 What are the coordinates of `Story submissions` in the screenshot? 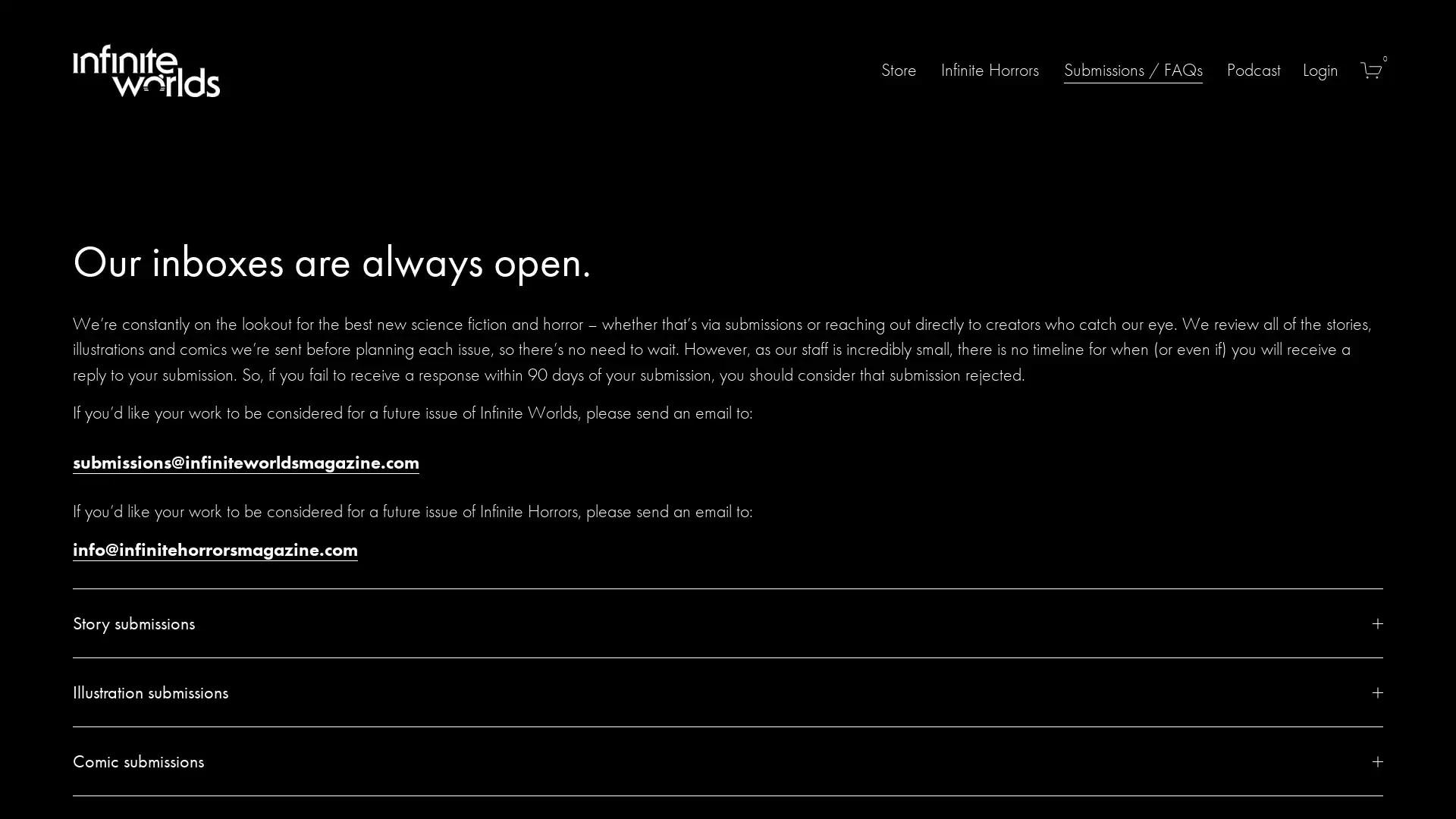 It's located at (728, 623).